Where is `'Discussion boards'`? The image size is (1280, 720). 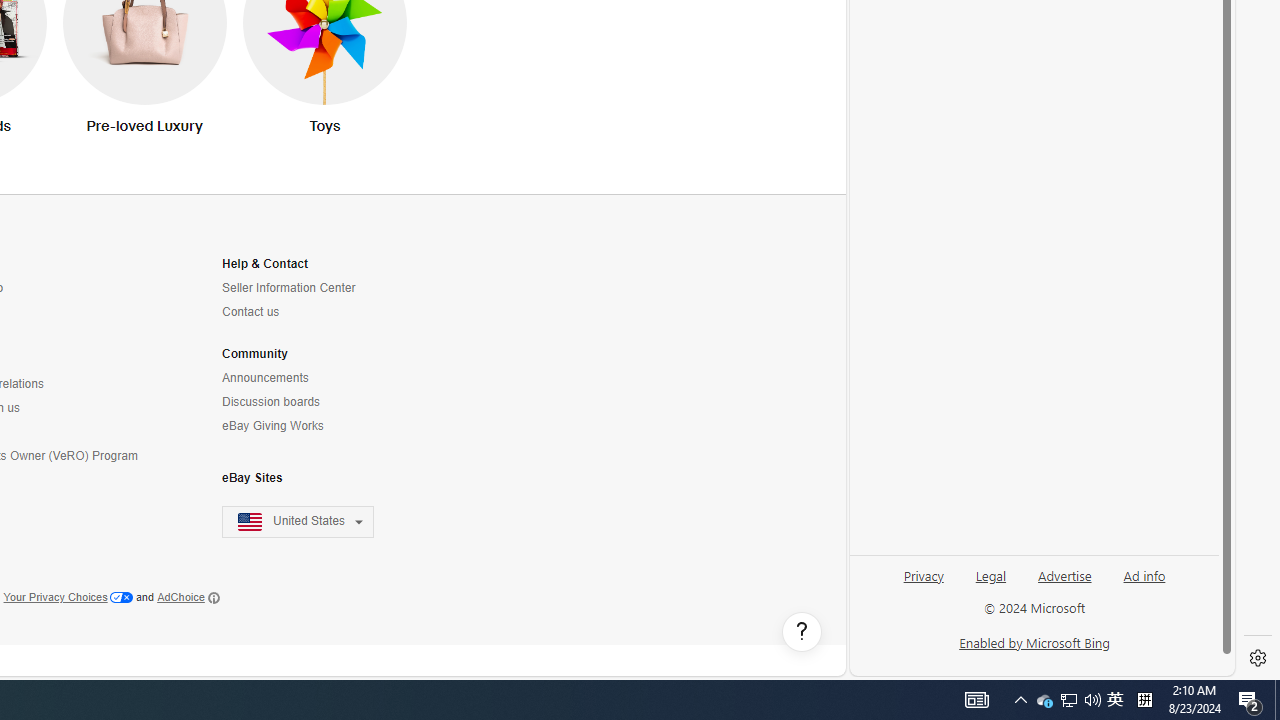 'Discussion boards' is located at coordinates (309, 402).